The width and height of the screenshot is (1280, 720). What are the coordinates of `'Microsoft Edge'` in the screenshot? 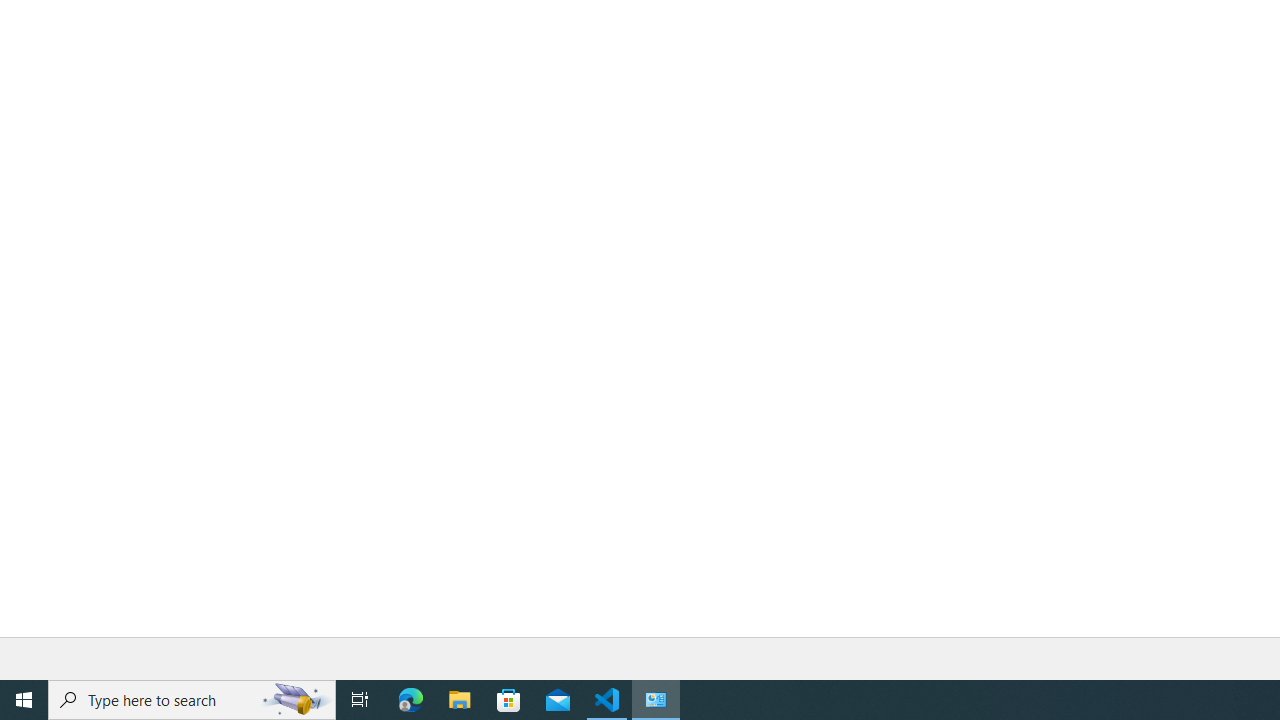 It's located at (410, 698).